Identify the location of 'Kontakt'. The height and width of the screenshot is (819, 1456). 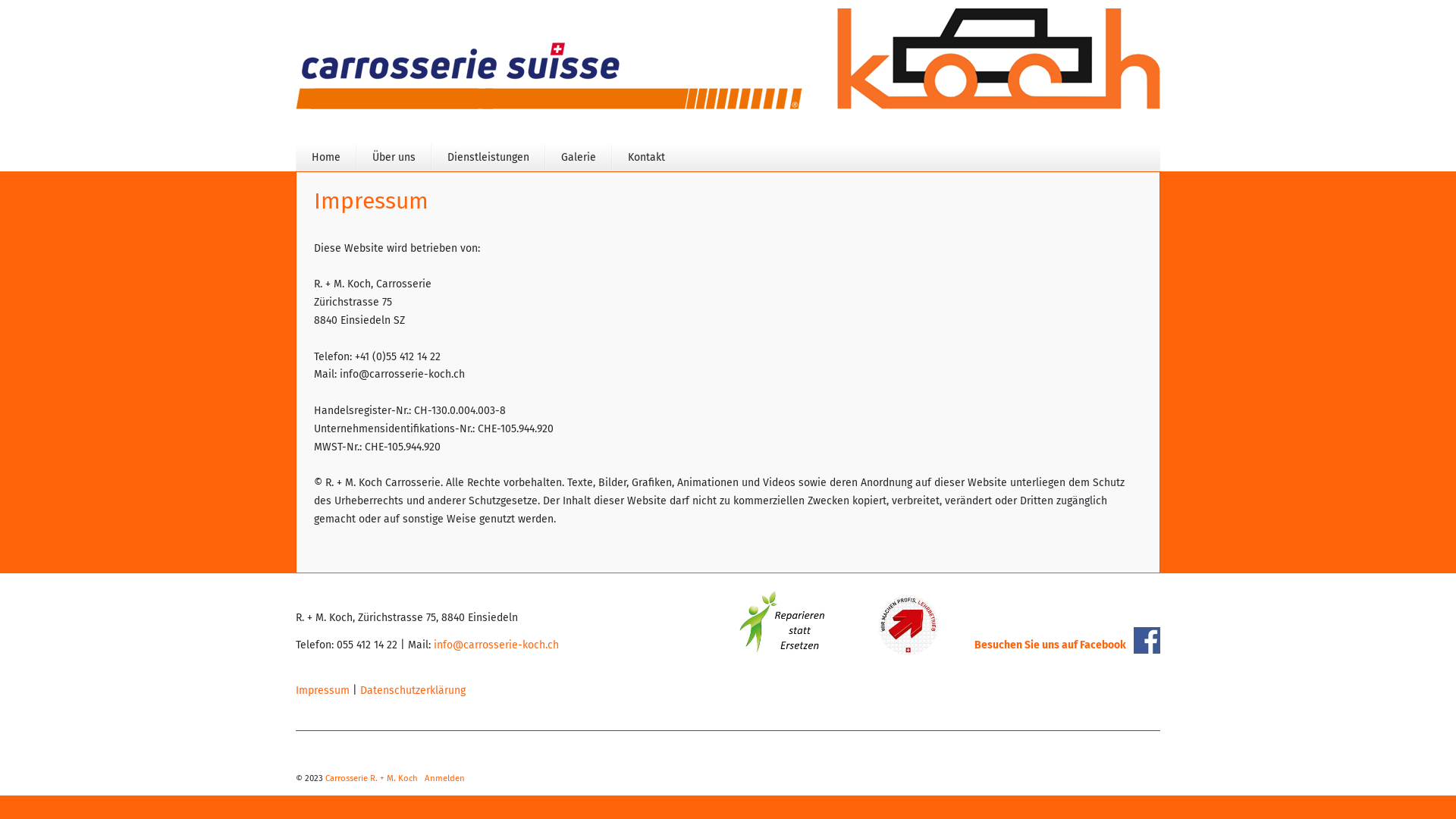
(646, 158).